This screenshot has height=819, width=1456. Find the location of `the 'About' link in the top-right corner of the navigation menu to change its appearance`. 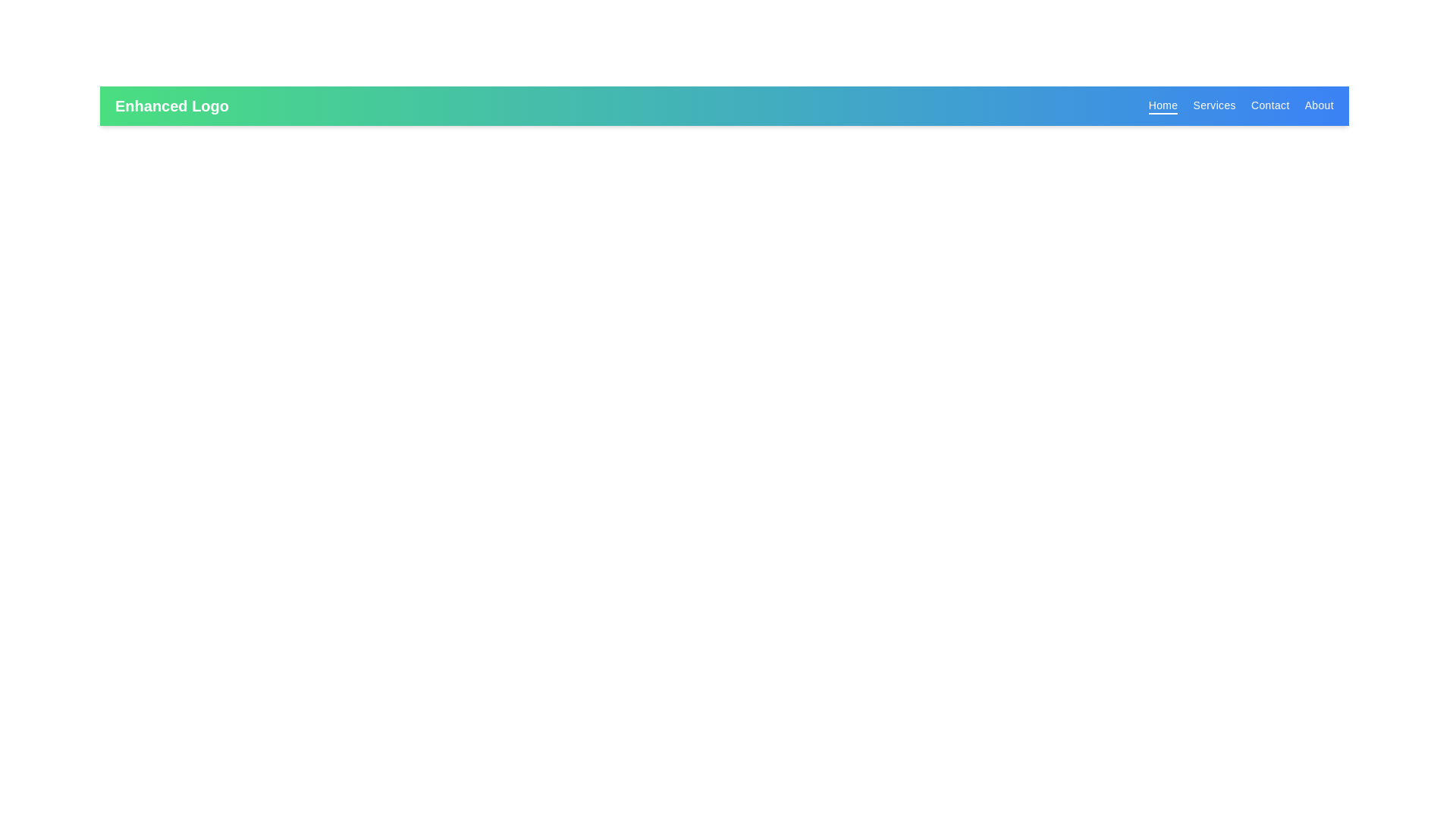

the 'About' link in the top-right corner of the navigation menu to change its appearance is located at coordinates (1318, 105).